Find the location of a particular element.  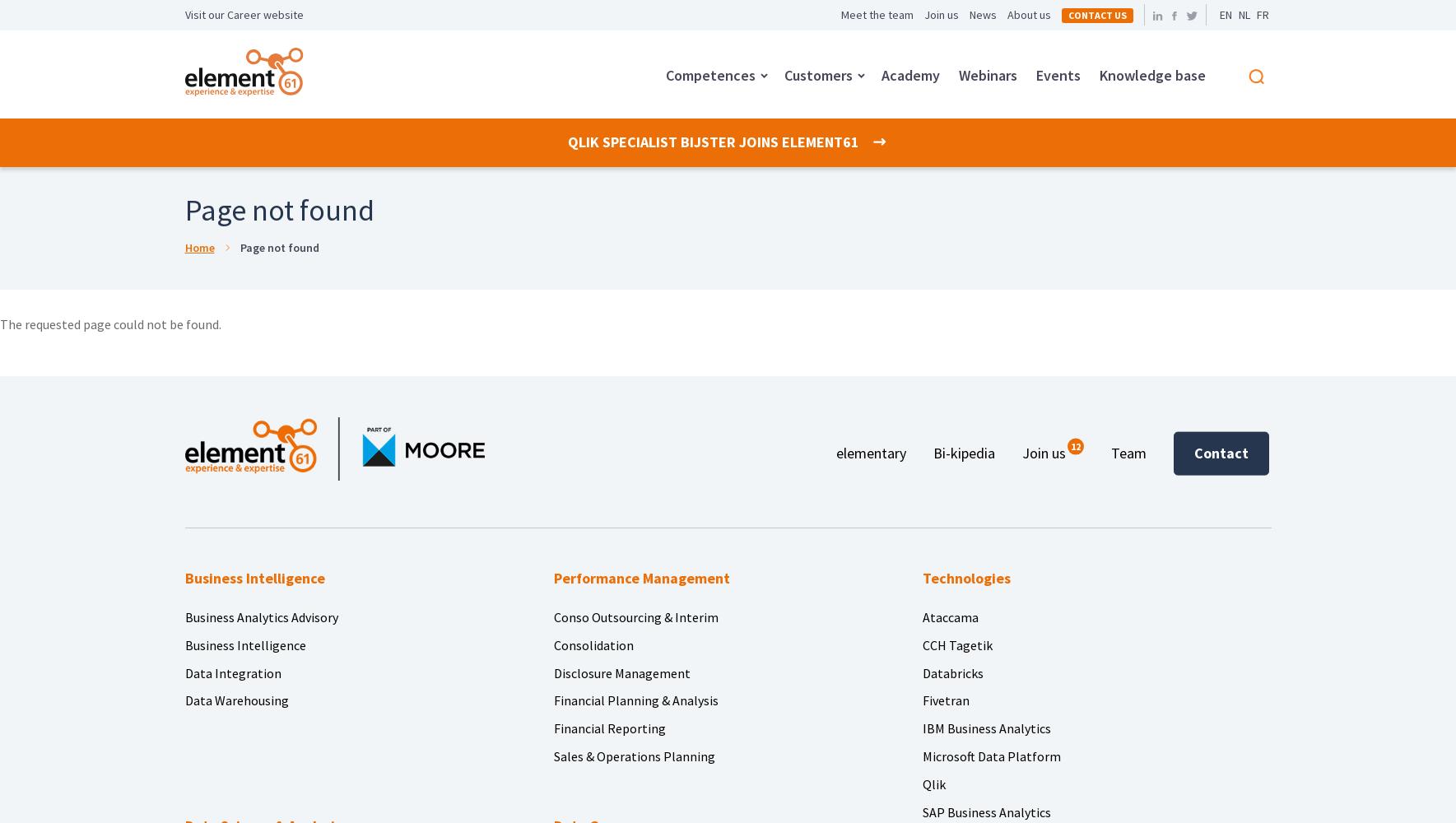

'Home' is located at coordinates (198, 248).